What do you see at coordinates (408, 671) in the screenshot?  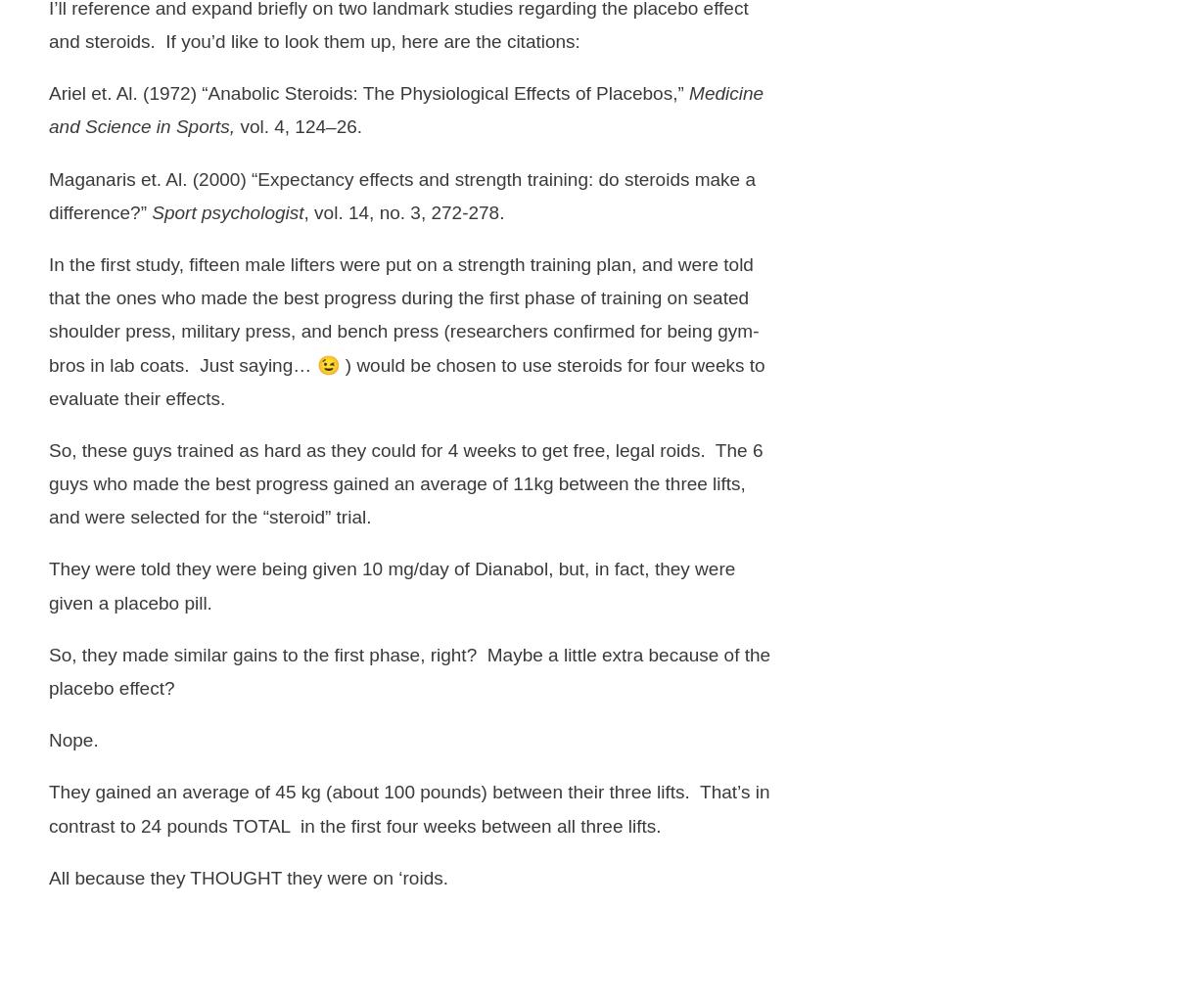 I see `'So, they made similar gains to the first phase, right?  Maybe a little extra because of the placebo effect?'` at bounding box center [408, 671].